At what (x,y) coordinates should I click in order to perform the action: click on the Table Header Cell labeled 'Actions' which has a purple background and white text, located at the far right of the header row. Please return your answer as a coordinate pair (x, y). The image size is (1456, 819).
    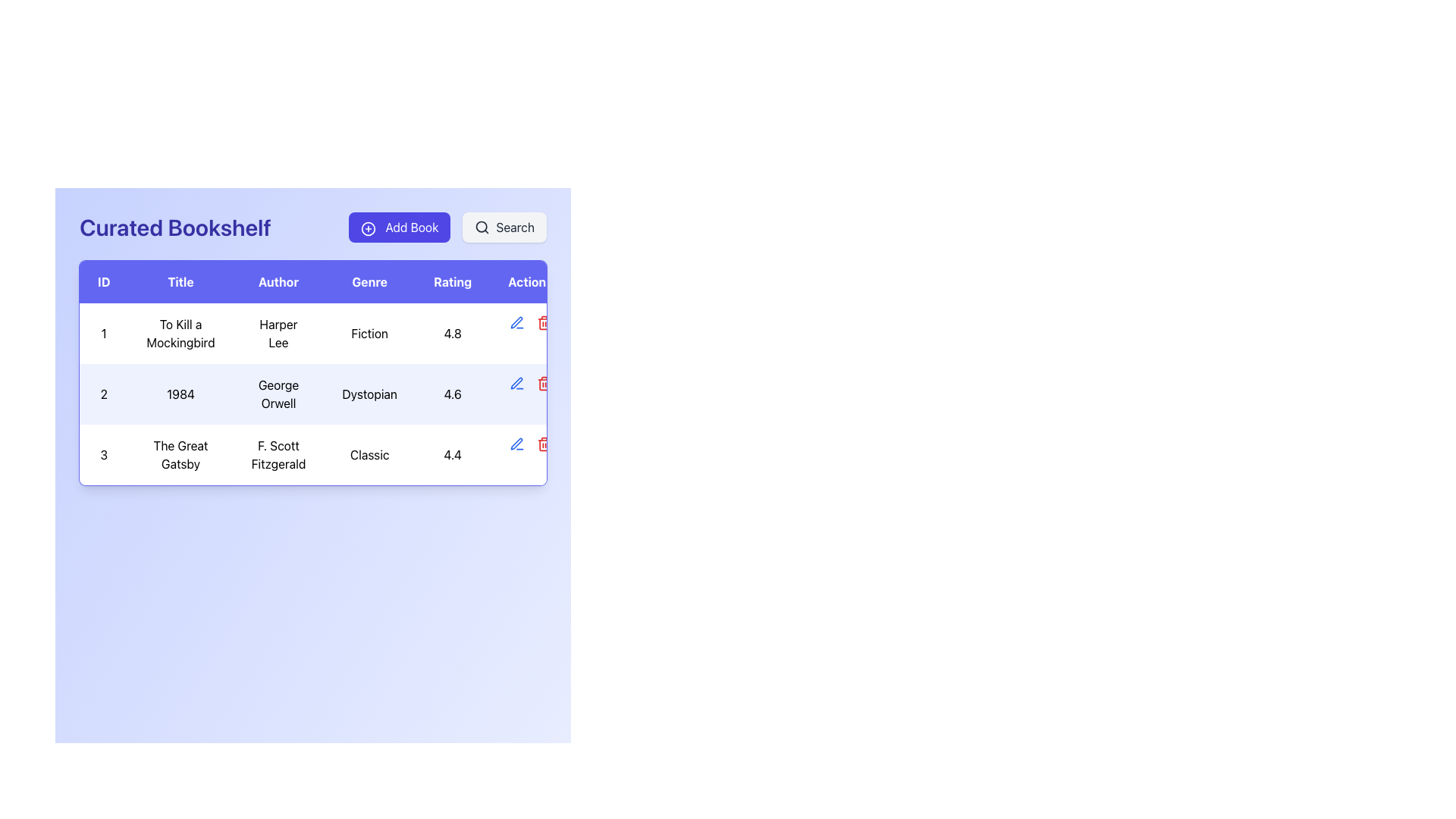
    Looking at the image, I should click on (530, 281).